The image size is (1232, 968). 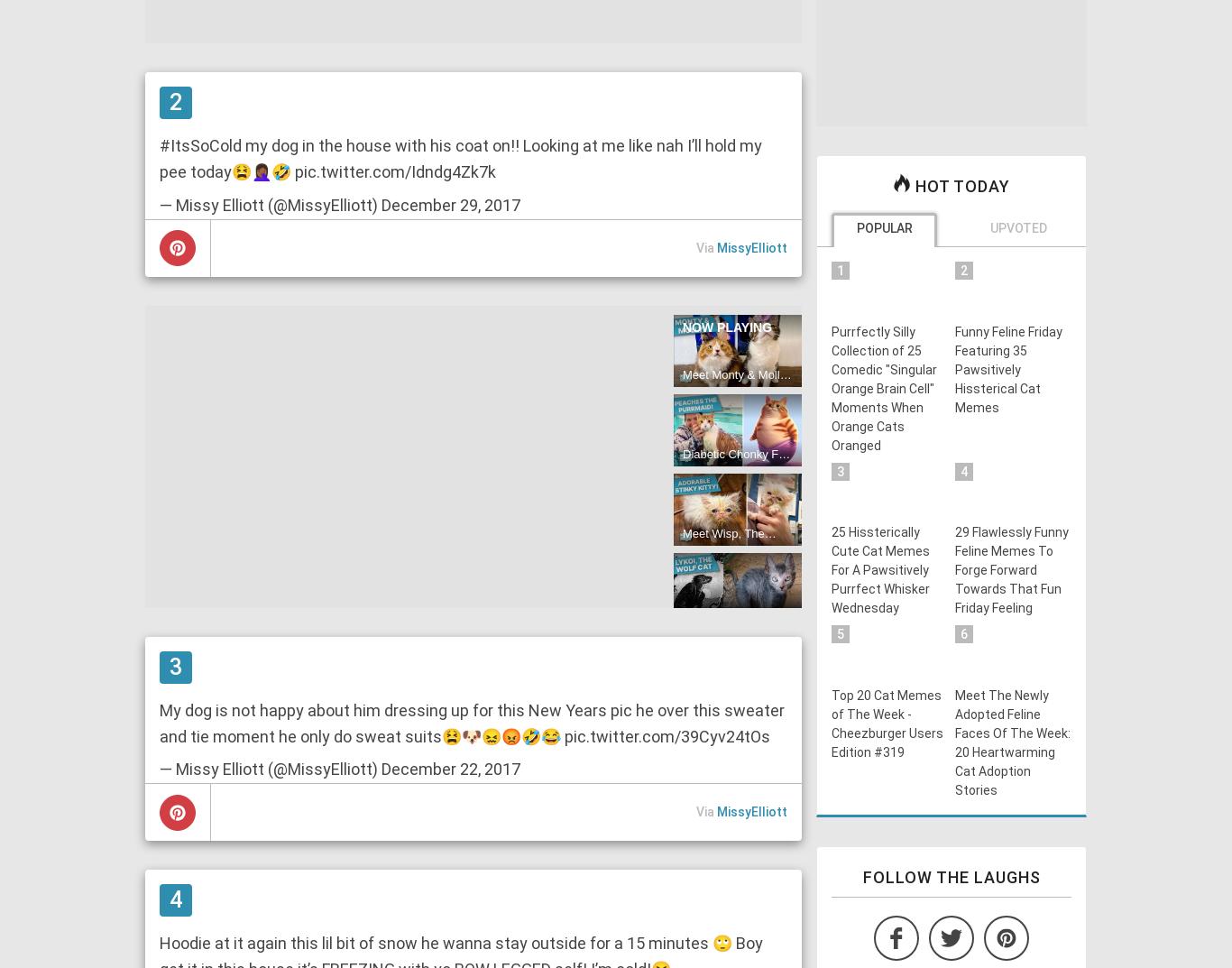 I want to click on 'Purrfectly Silly Collection of 25 Comedic "Singular Orange Brain Cell" Moments When Orange Cats Oranged', so click(x=884, y=387).